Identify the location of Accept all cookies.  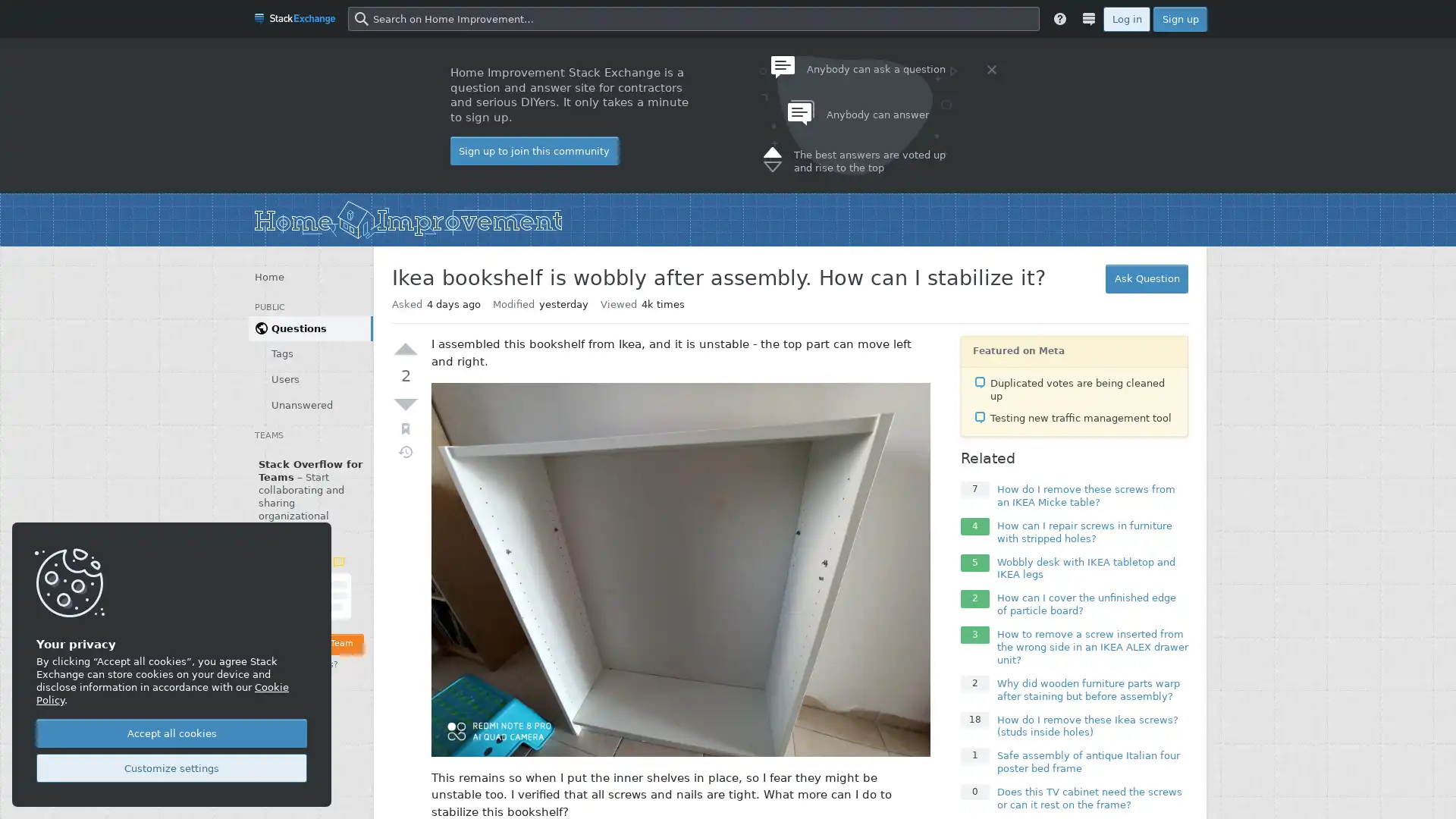
(171, 733).